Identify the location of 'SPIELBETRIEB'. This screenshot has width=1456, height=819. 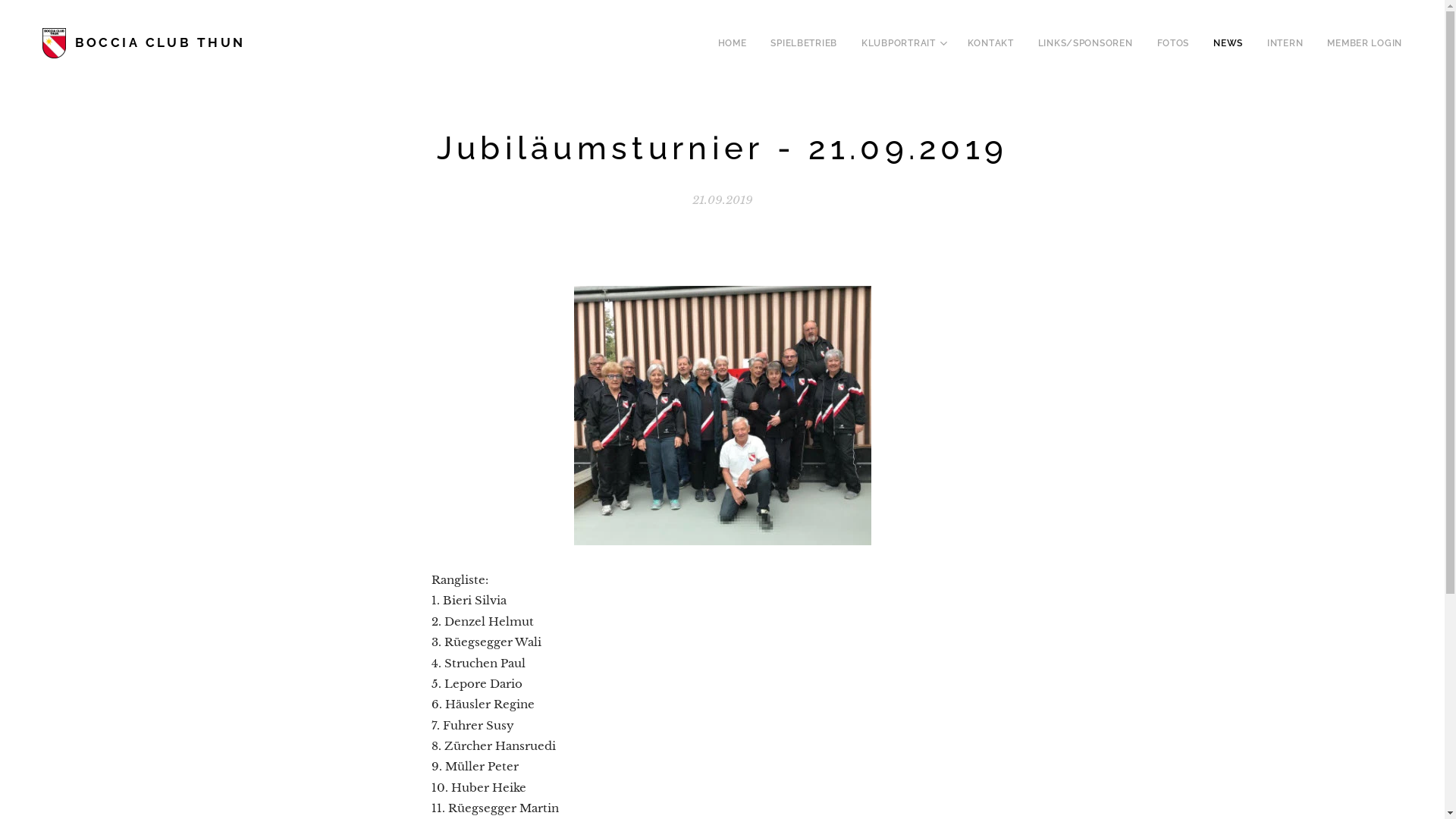
(803, 42).